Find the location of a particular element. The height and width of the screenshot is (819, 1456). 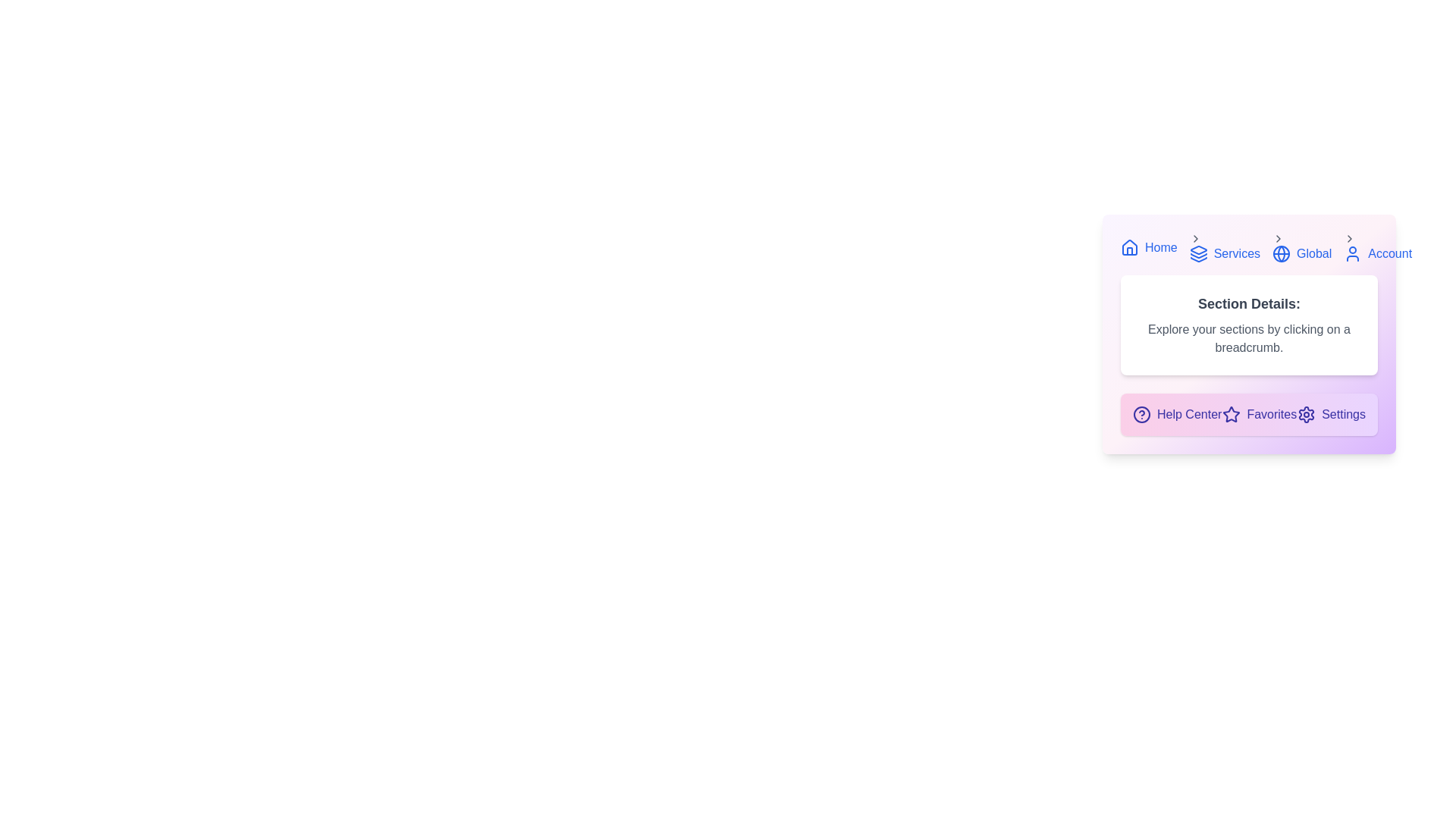

the globe icon located in the navigation bar is located at coordinates (1280, 253).